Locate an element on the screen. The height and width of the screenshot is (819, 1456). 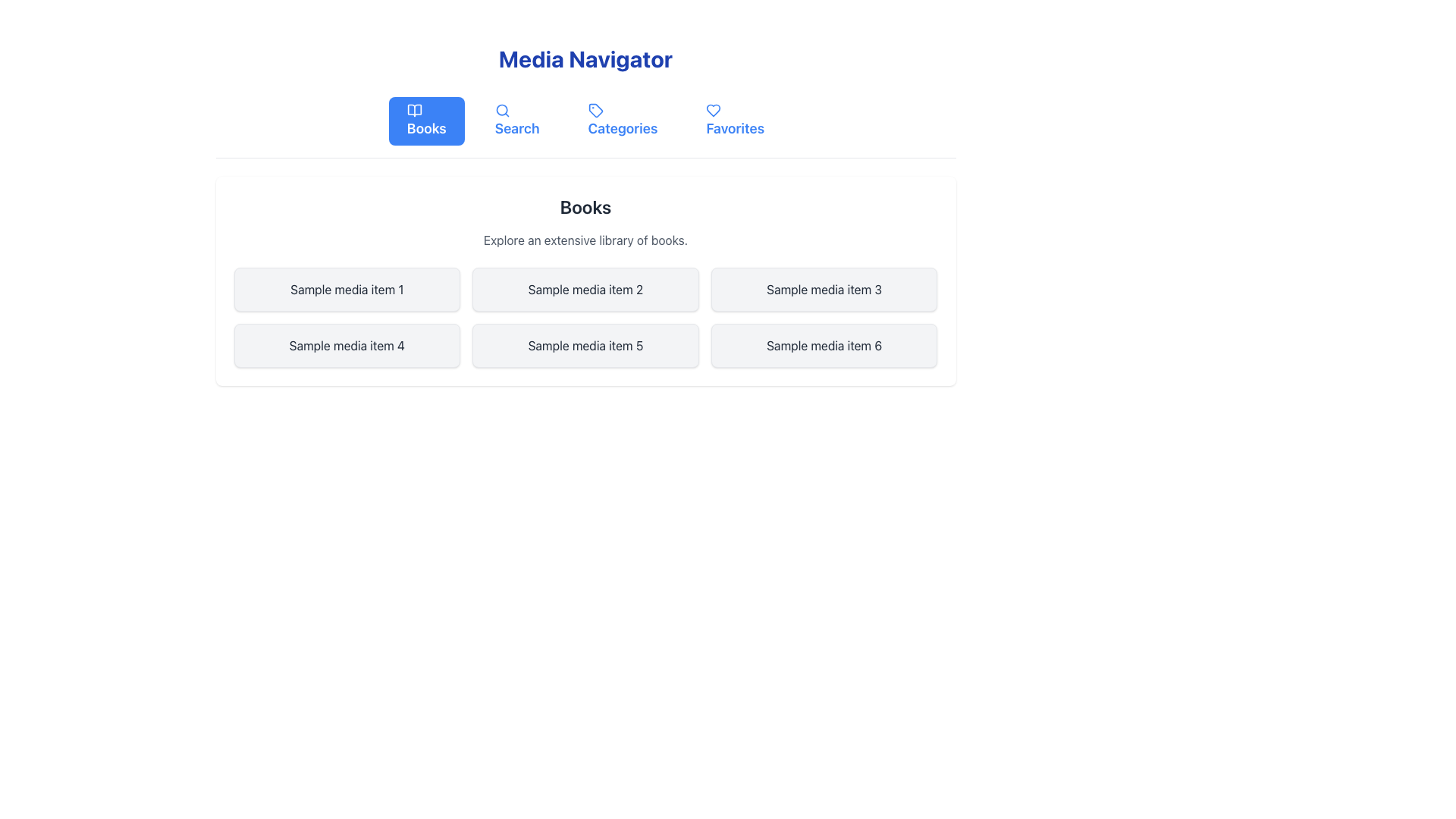
the informational card labeled 'Sample media item 2', which is a rectangular panel with a soft gray background and rounded corners, located in the upper row, second column of the grid layout is located at coordinates (585, 289).